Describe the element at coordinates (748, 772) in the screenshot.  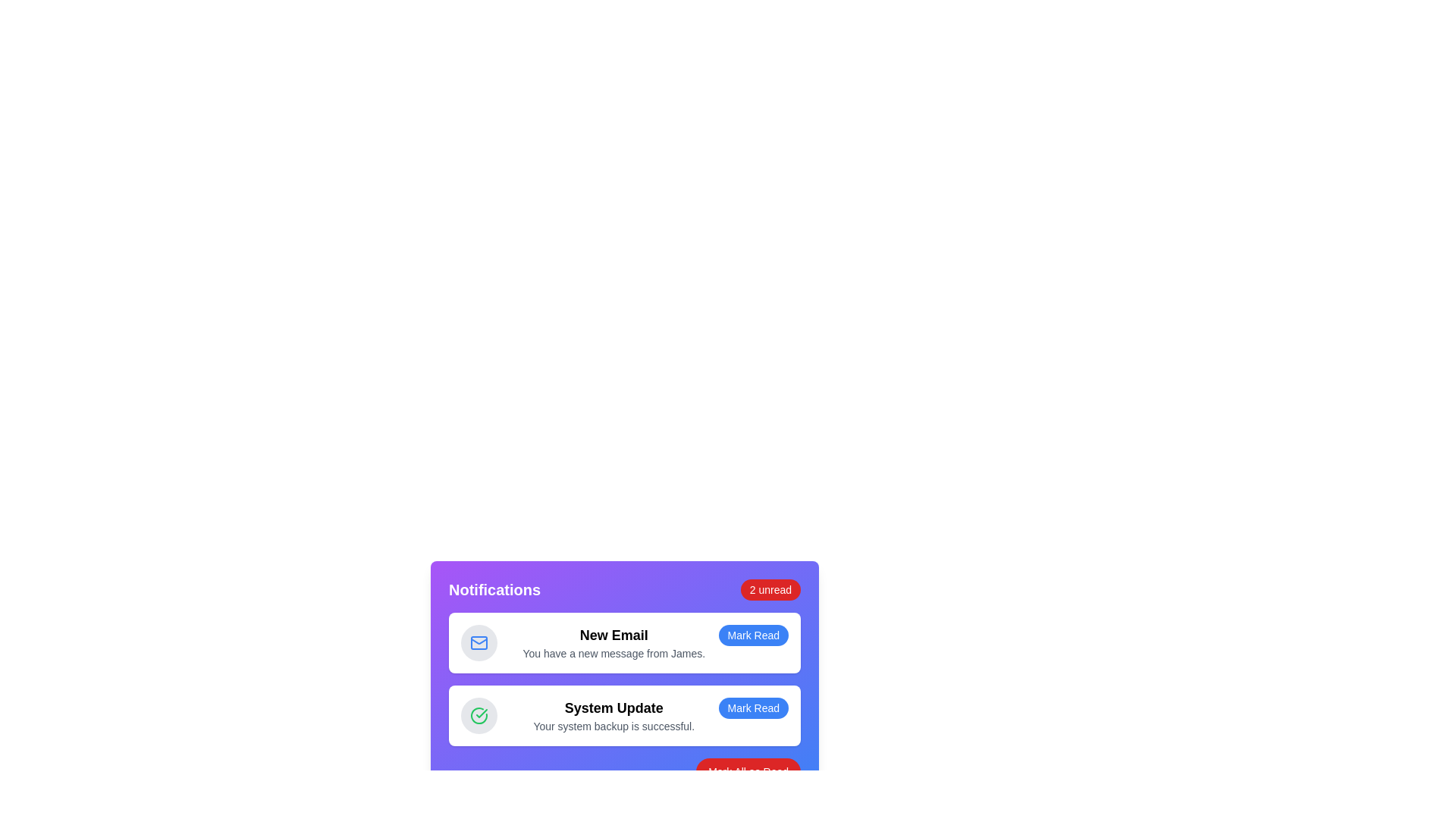
I see `the button located at the bottom-right corner of the notification section to mark all notifications as read` at that location.